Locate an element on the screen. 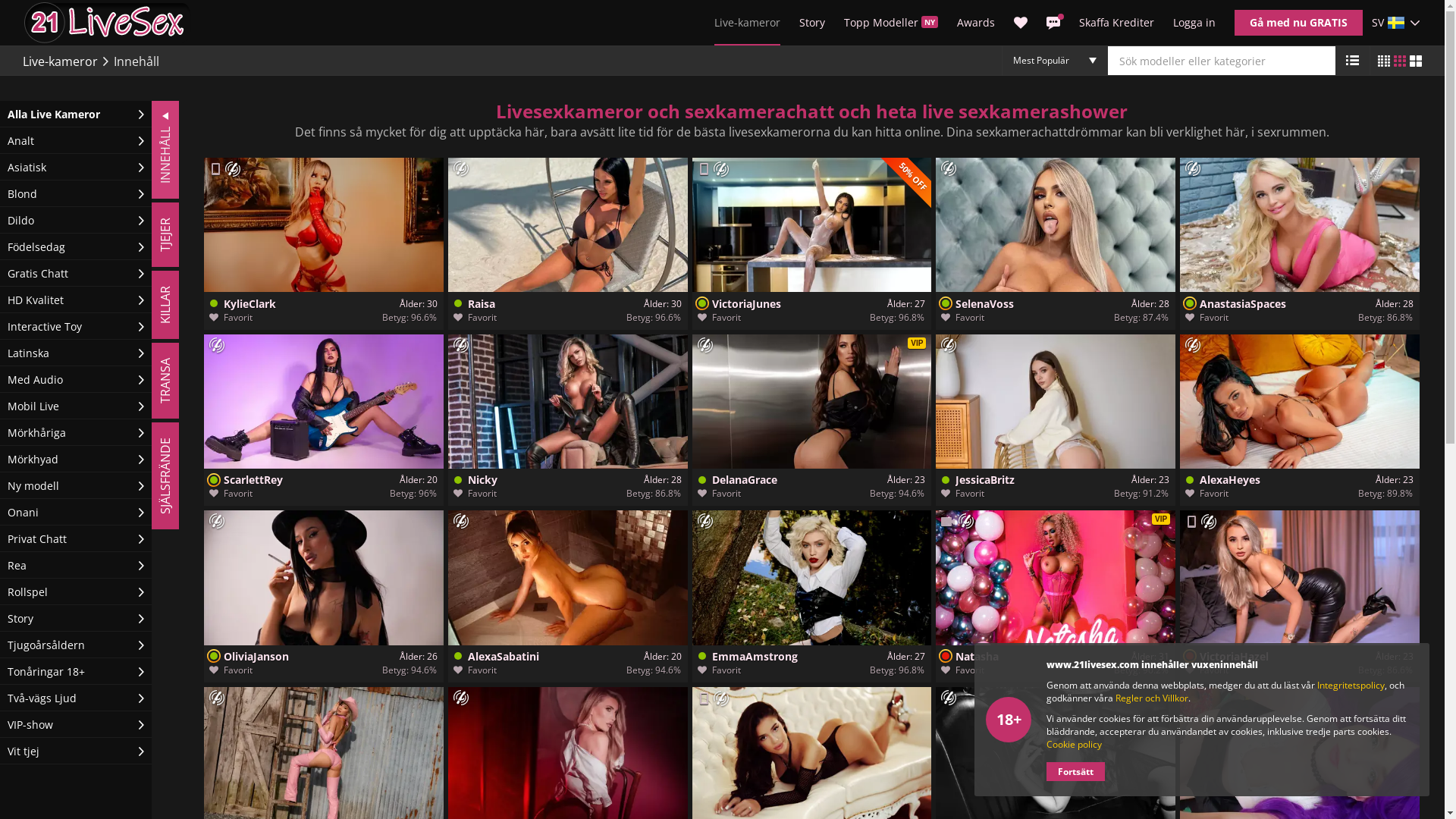 Image resolution: width=1456 pixels, height=819 pixels. 'Onani' is located at coordinates (75, 512).